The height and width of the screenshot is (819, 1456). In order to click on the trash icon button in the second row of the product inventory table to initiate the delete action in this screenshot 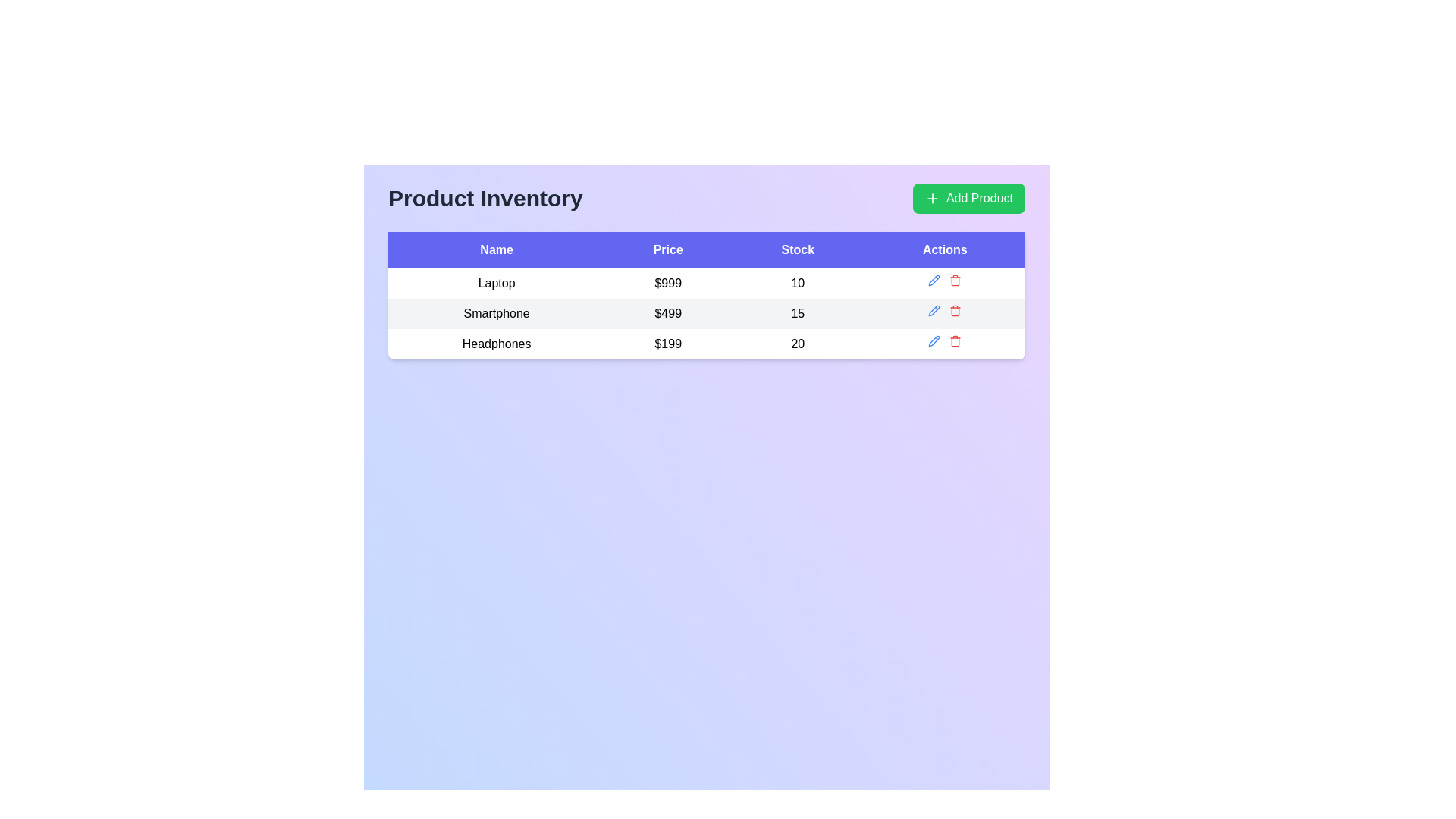, I will do `click(955, 309)`.